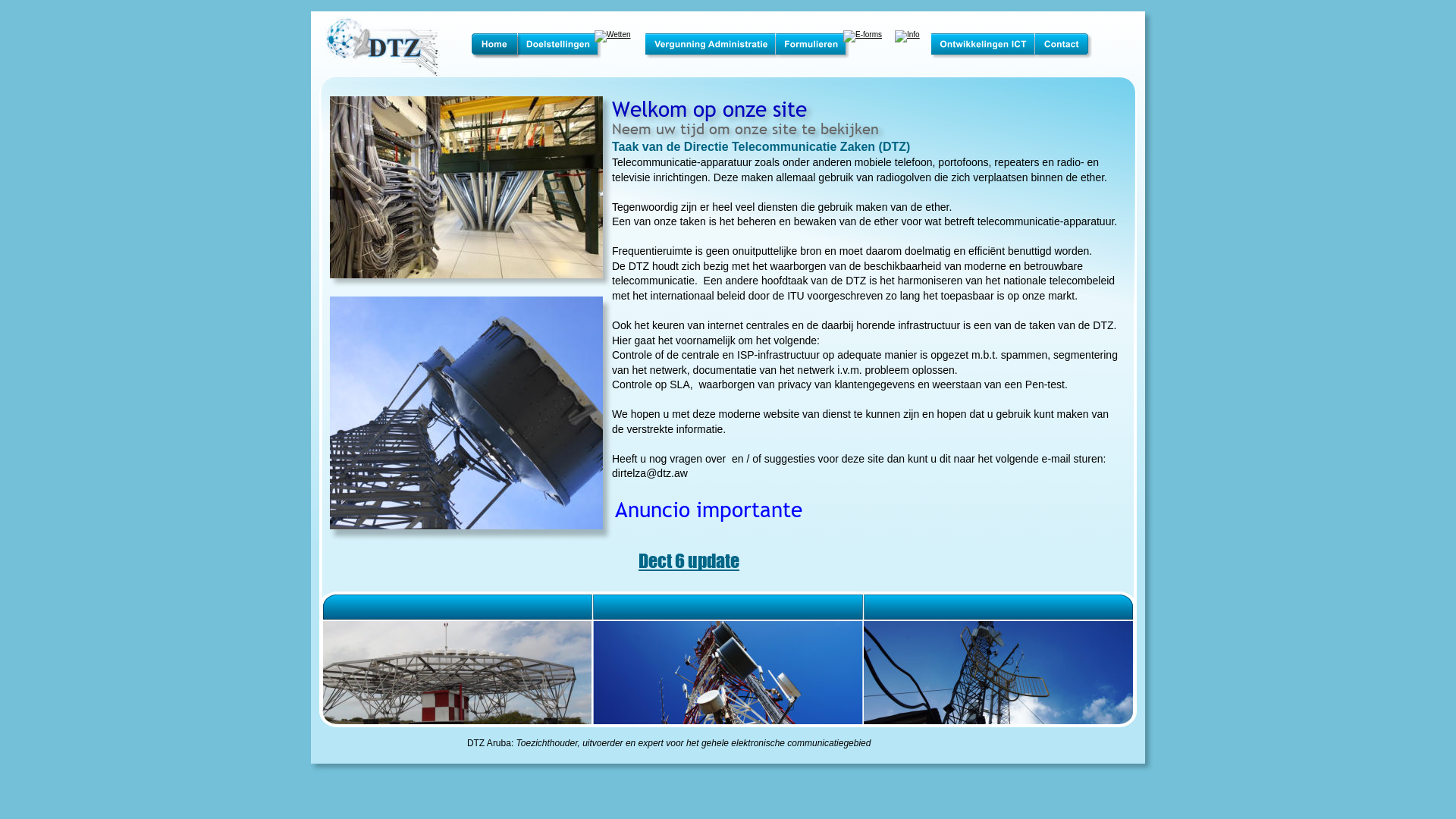  What do you see at coordinates (688, 560) in the screenshot?
I see `'Dect 6 update'` at bounding box center [688, 560].